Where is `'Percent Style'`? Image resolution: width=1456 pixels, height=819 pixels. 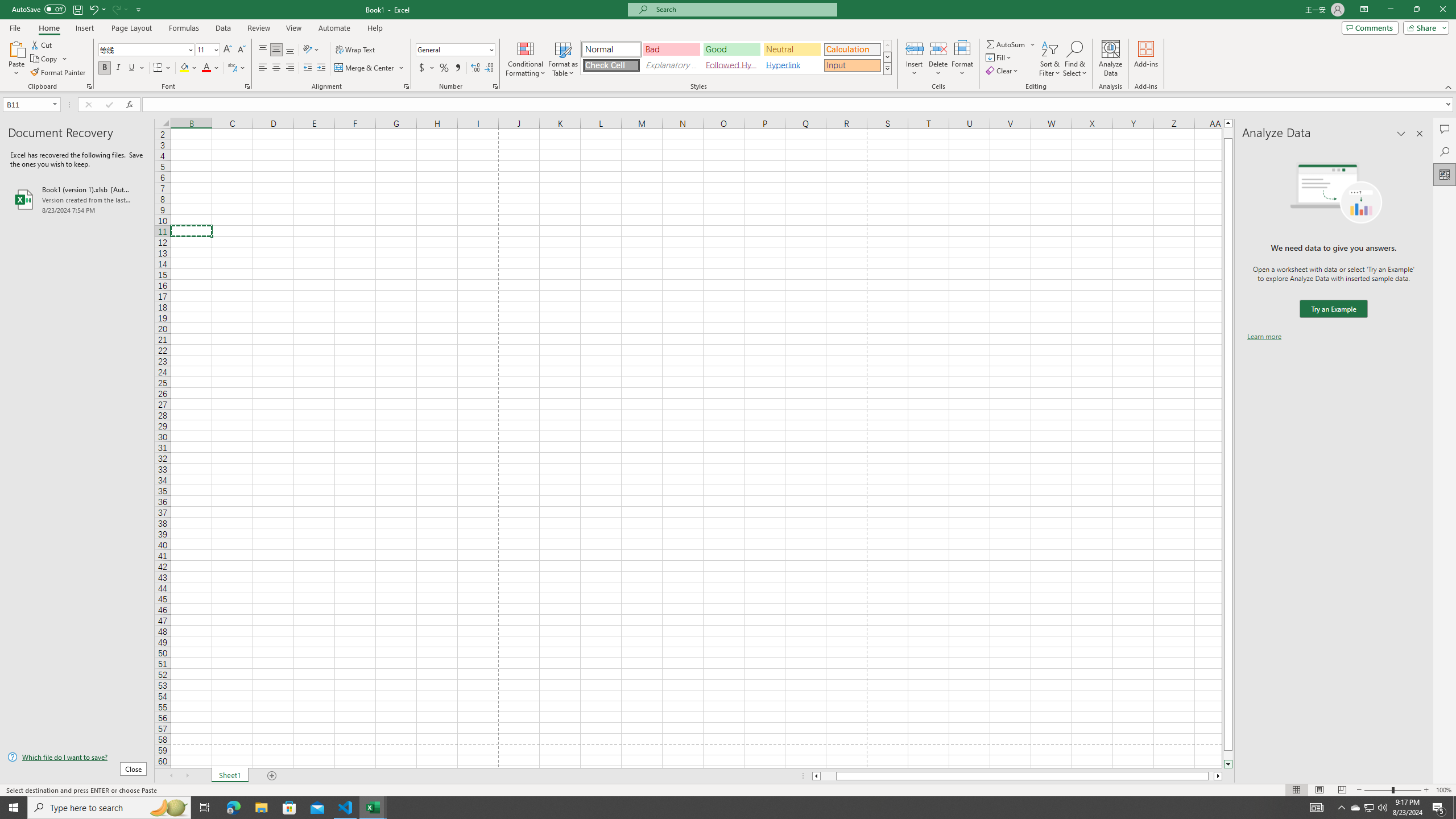 'Percent Style' is located at coordinates (443, 67).